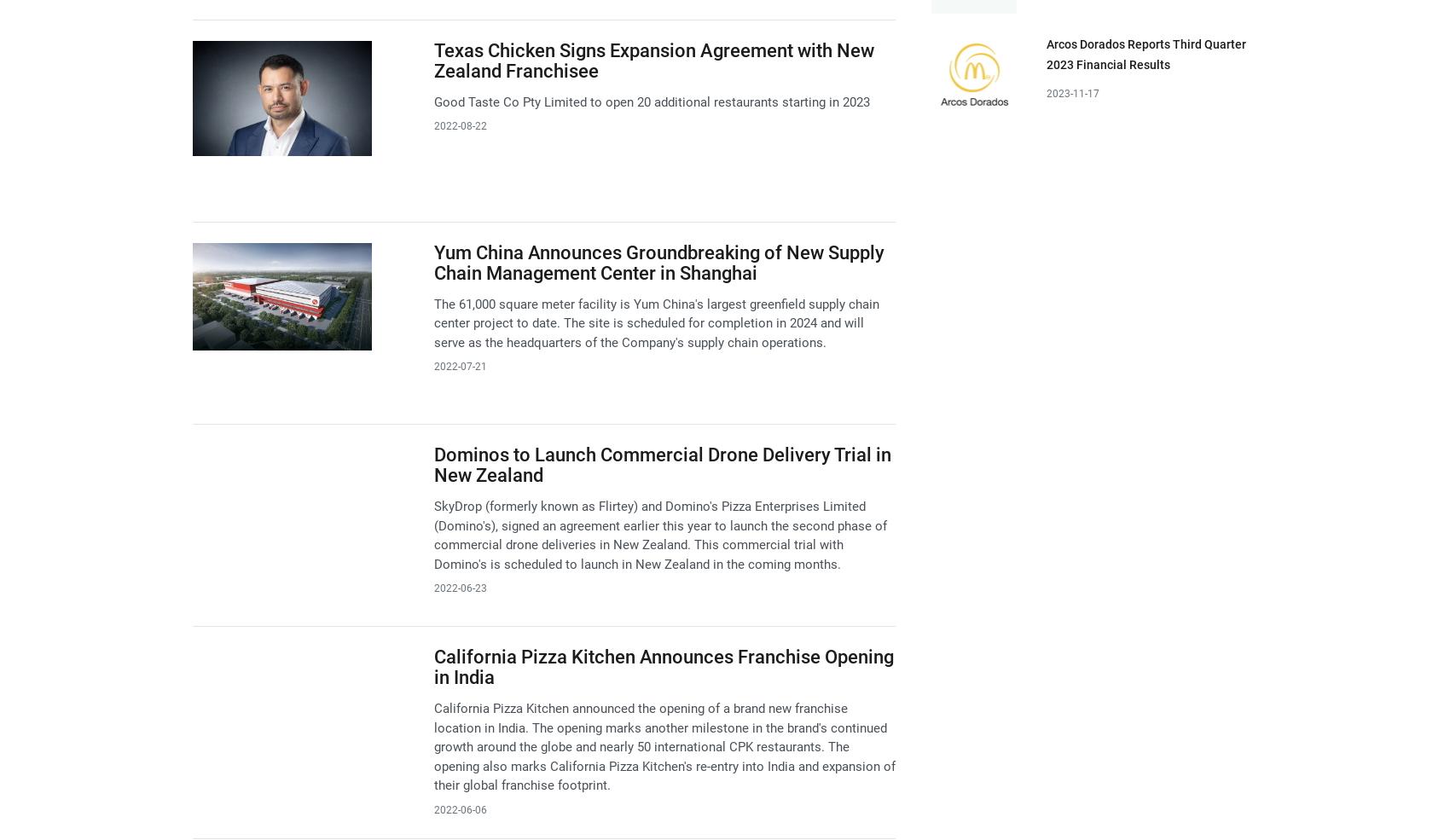 The height and width of the screenshot is (840, 1450). I want to click on '2022-08-22', so click(432, 126).